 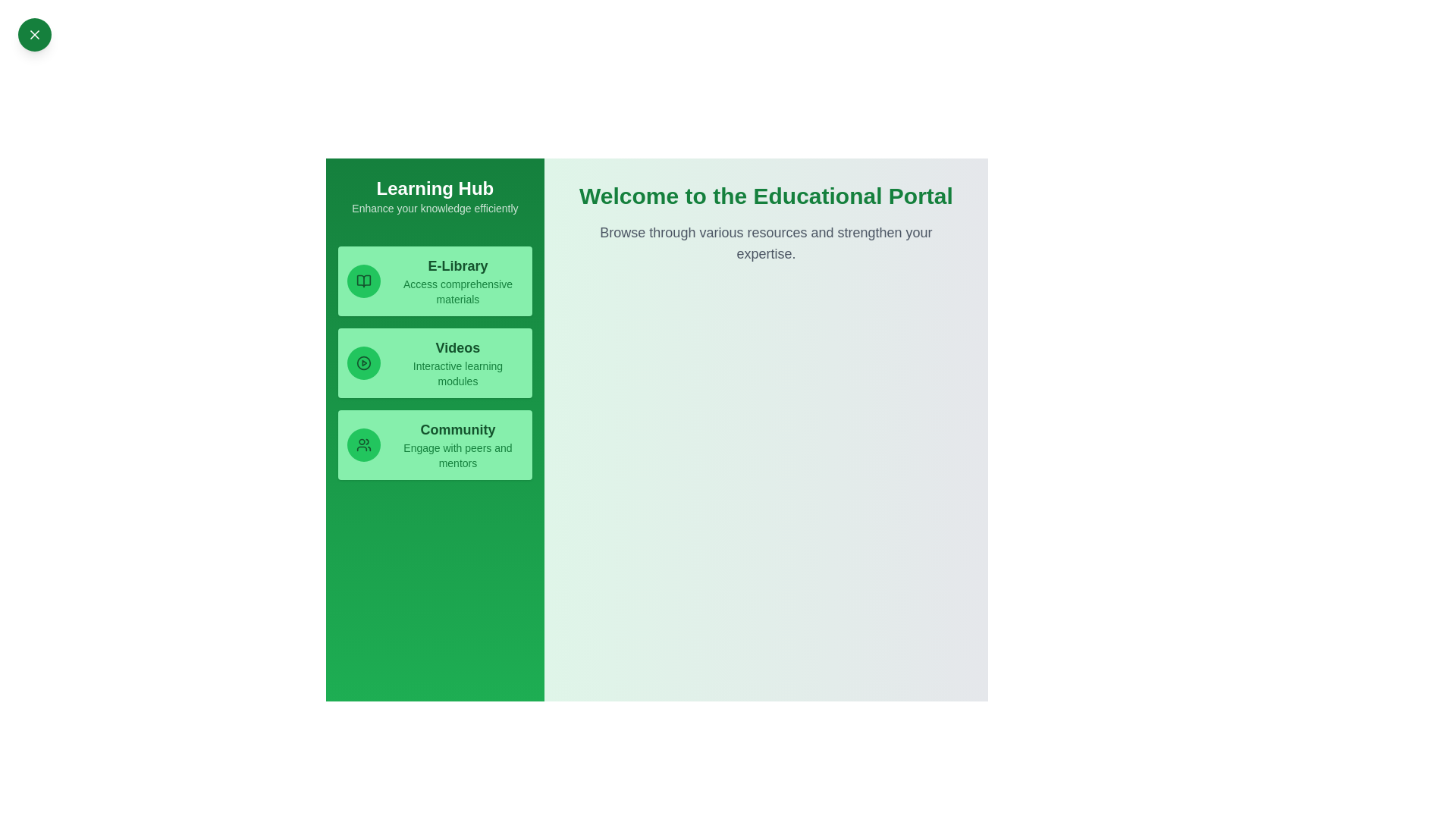 What do you see at coordinates (344, 175) in the screenshot?
I see `the header text and description in the EducationalDrawer component` at bounding box center [344, 175].